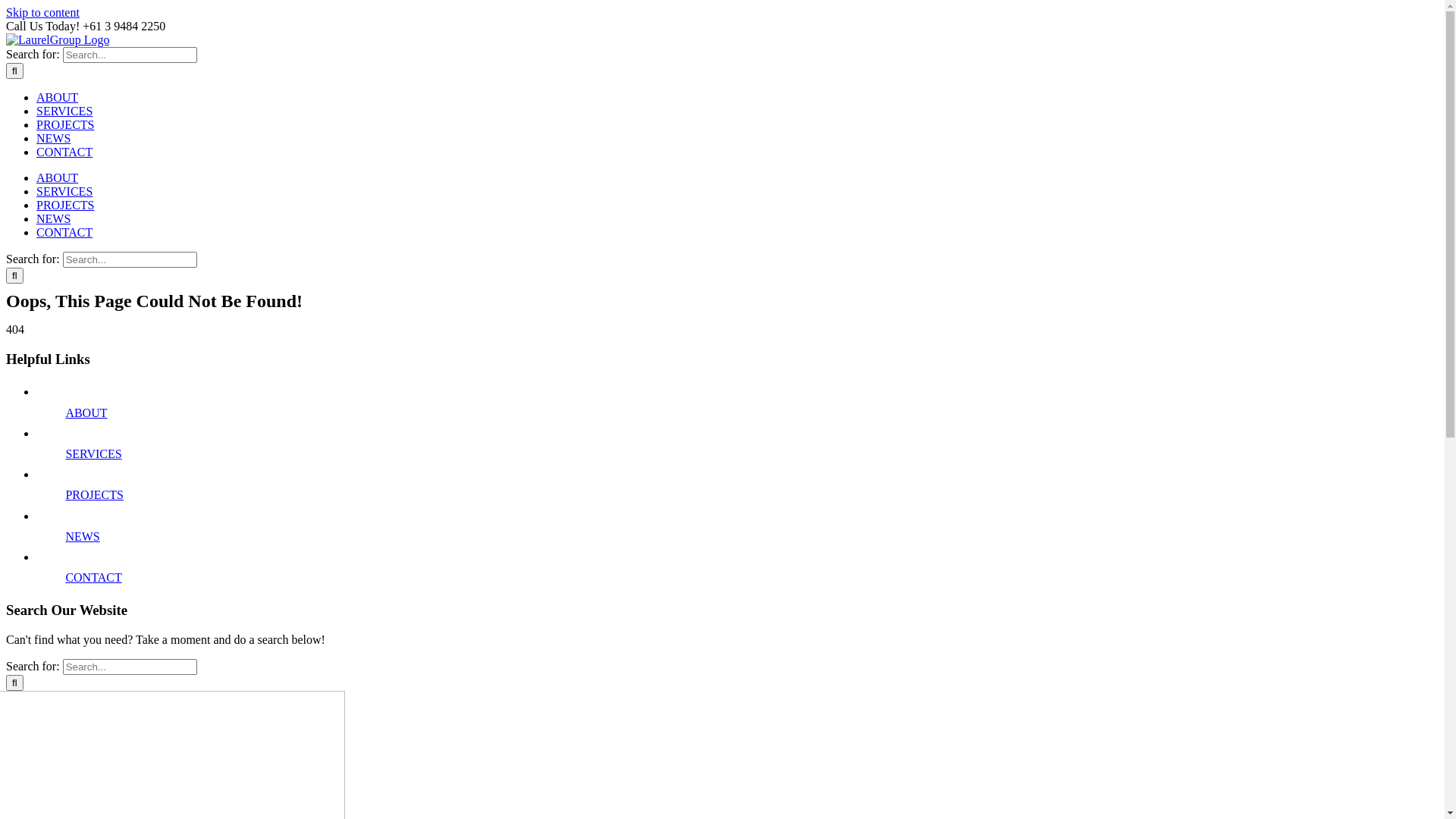 The height and width of the screenshot is (819, 1456). I want to click on 'SERVICES', so click(64, 190).